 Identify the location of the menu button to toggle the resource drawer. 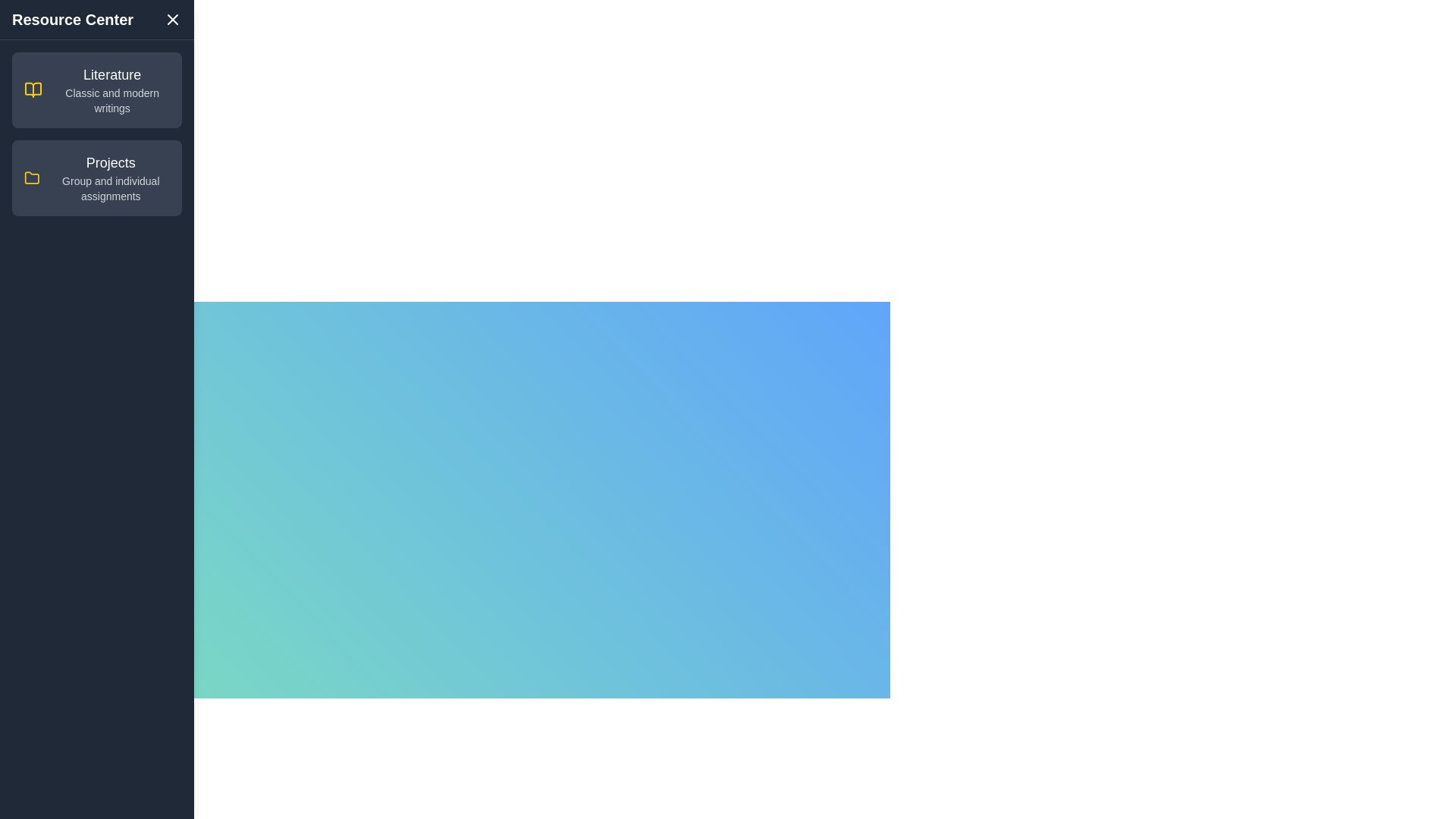
(132, 327).